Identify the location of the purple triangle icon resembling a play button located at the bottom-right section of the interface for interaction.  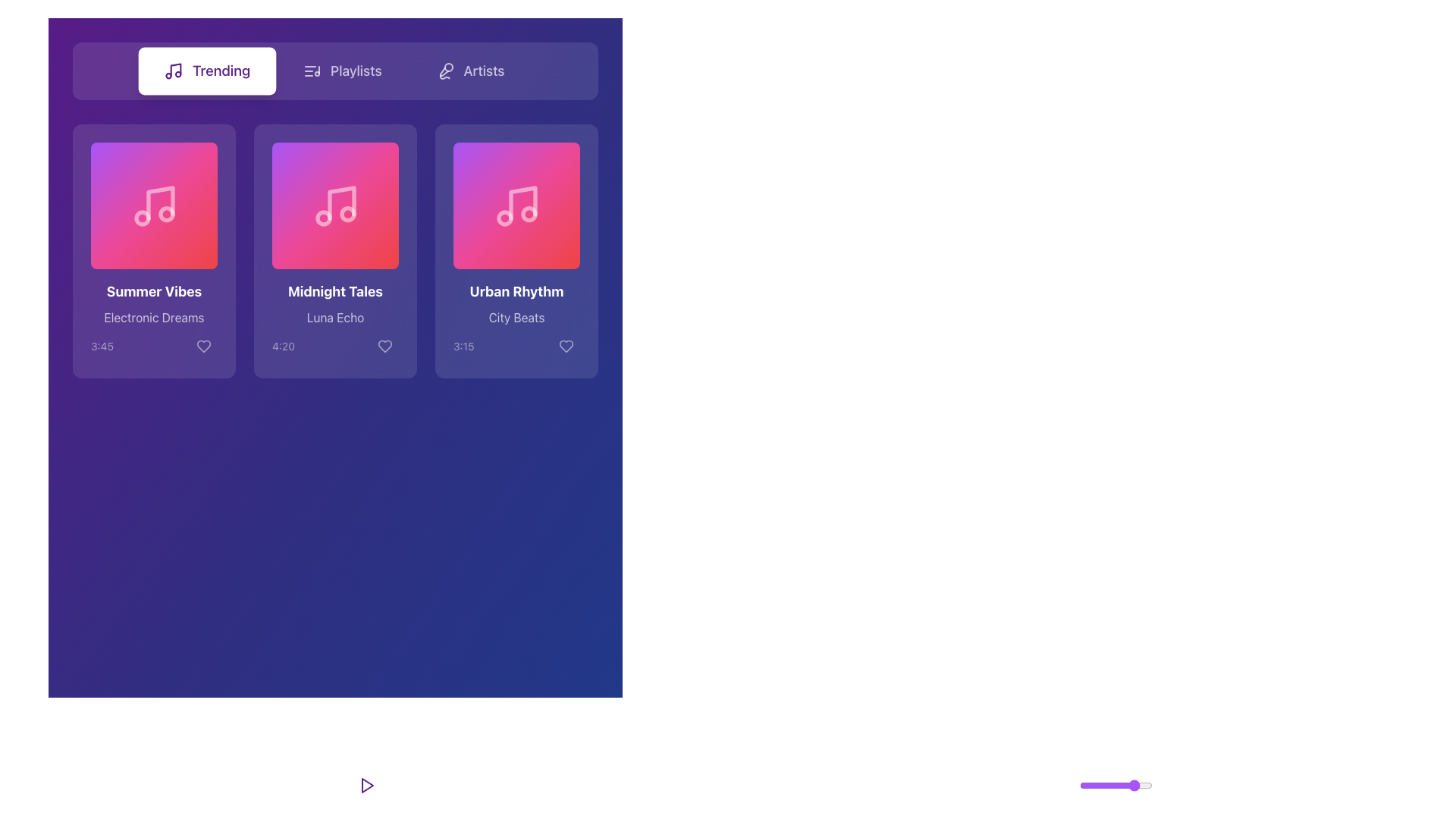
(367, 785).